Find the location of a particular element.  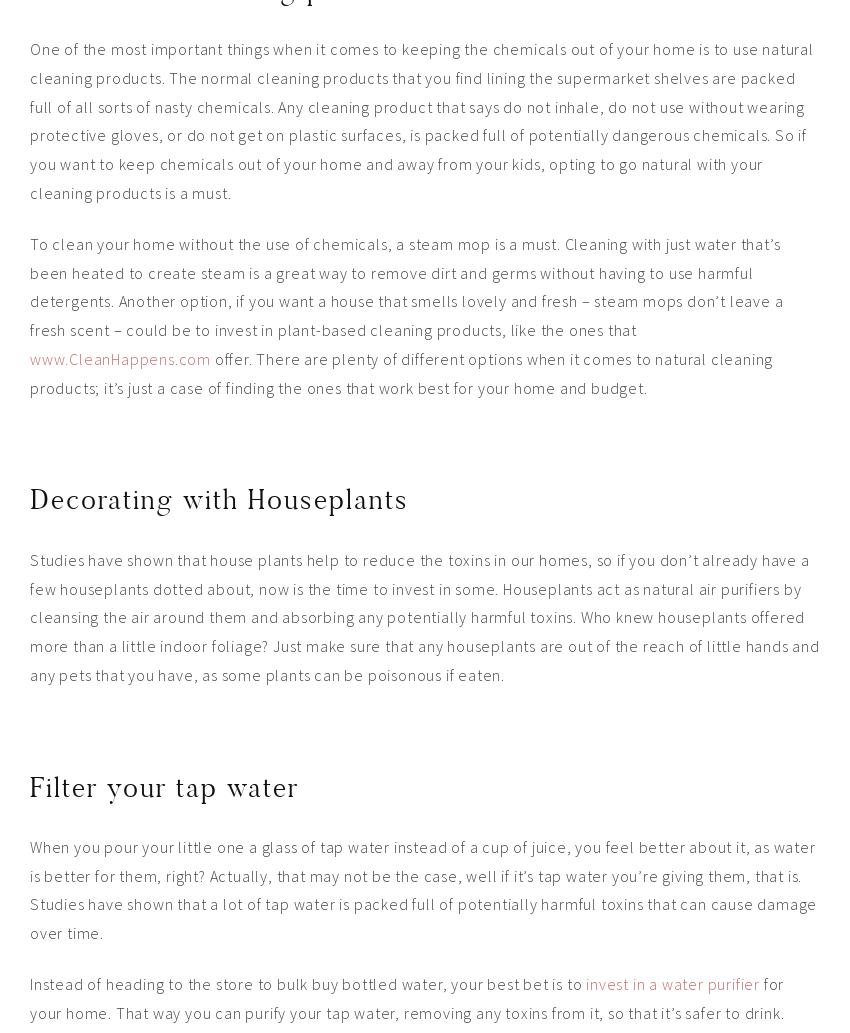

'Filter your tap water' is located at coordinates (164, 786).